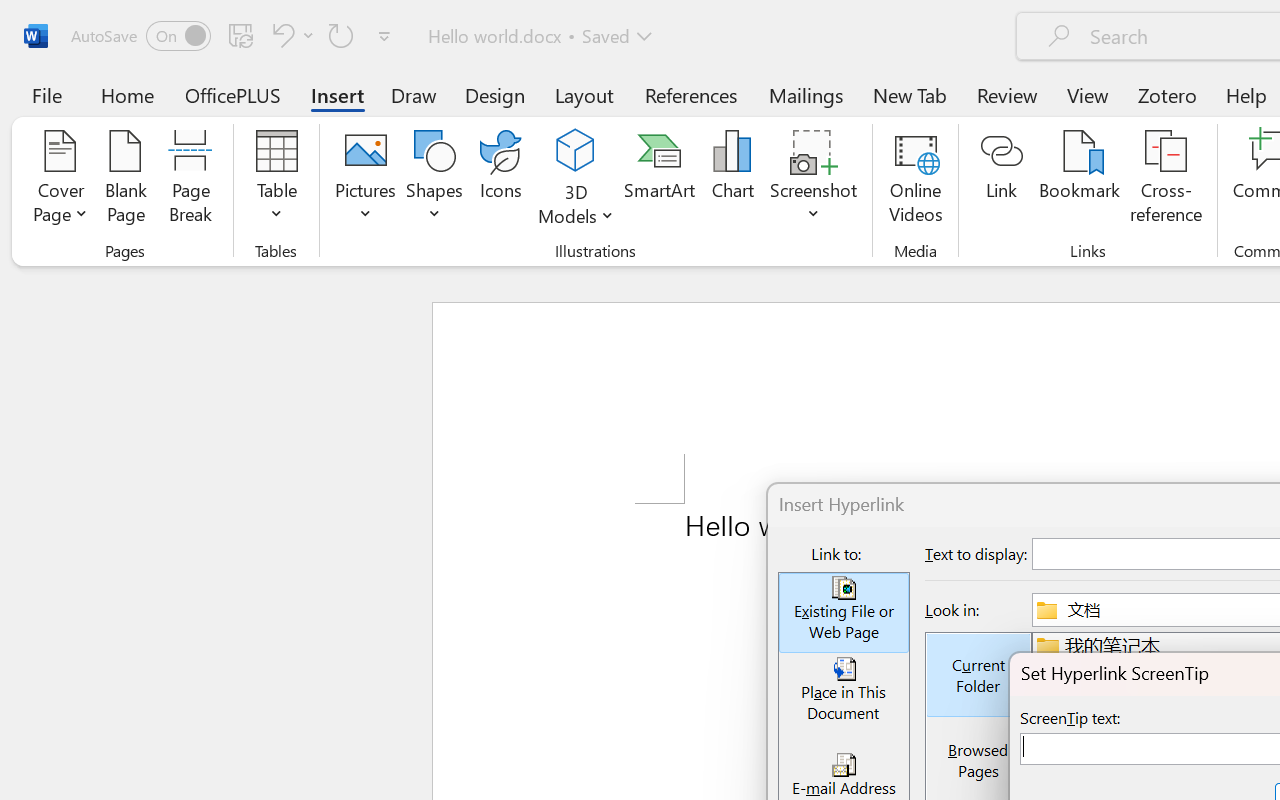  Describe the element at coordinates (125, 179) in the screenshot. I see `'Blank Page'` at that location.